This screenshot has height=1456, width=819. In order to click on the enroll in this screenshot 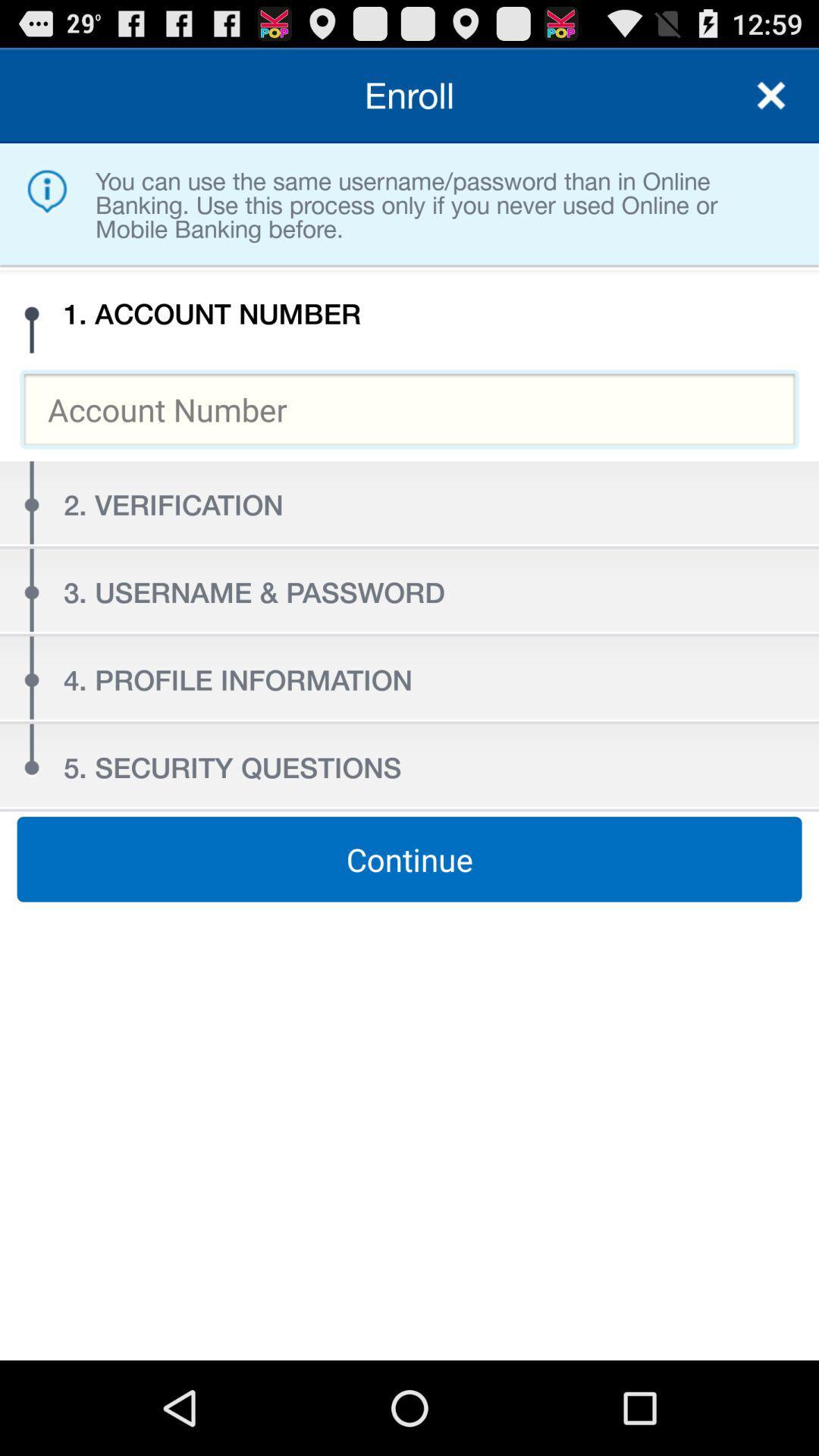, I will do `click(409, 94)`.